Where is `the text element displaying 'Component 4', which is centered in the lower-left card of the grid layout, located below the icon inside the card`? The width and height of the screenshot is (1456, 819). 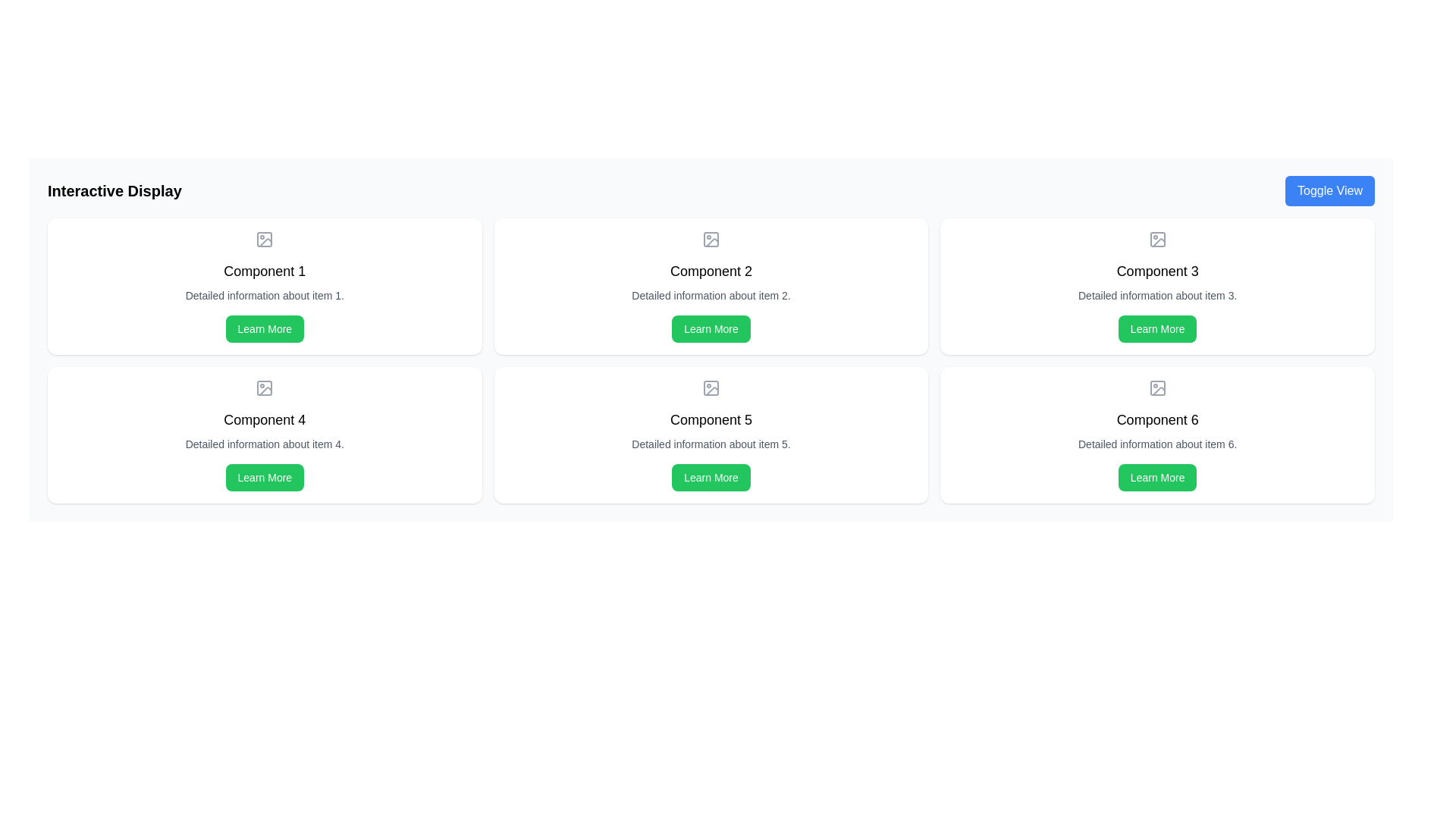
the text element displaying 'Component 4', which is centered in the lower-left card of the grid layout, located below the icon inside the card is located at coordinates (265, 420).